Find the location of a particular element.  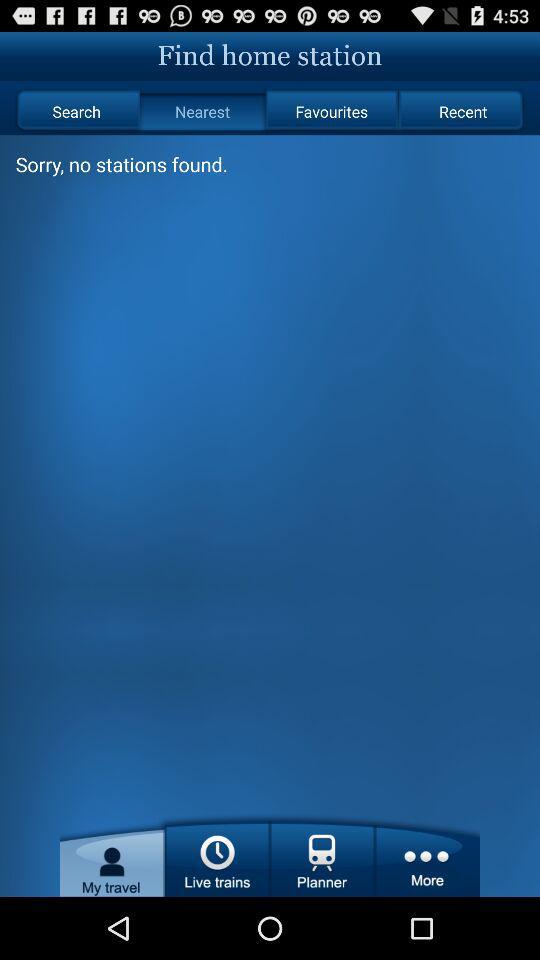

the icon below the sorry no stations is located at coordinates (216, 853).